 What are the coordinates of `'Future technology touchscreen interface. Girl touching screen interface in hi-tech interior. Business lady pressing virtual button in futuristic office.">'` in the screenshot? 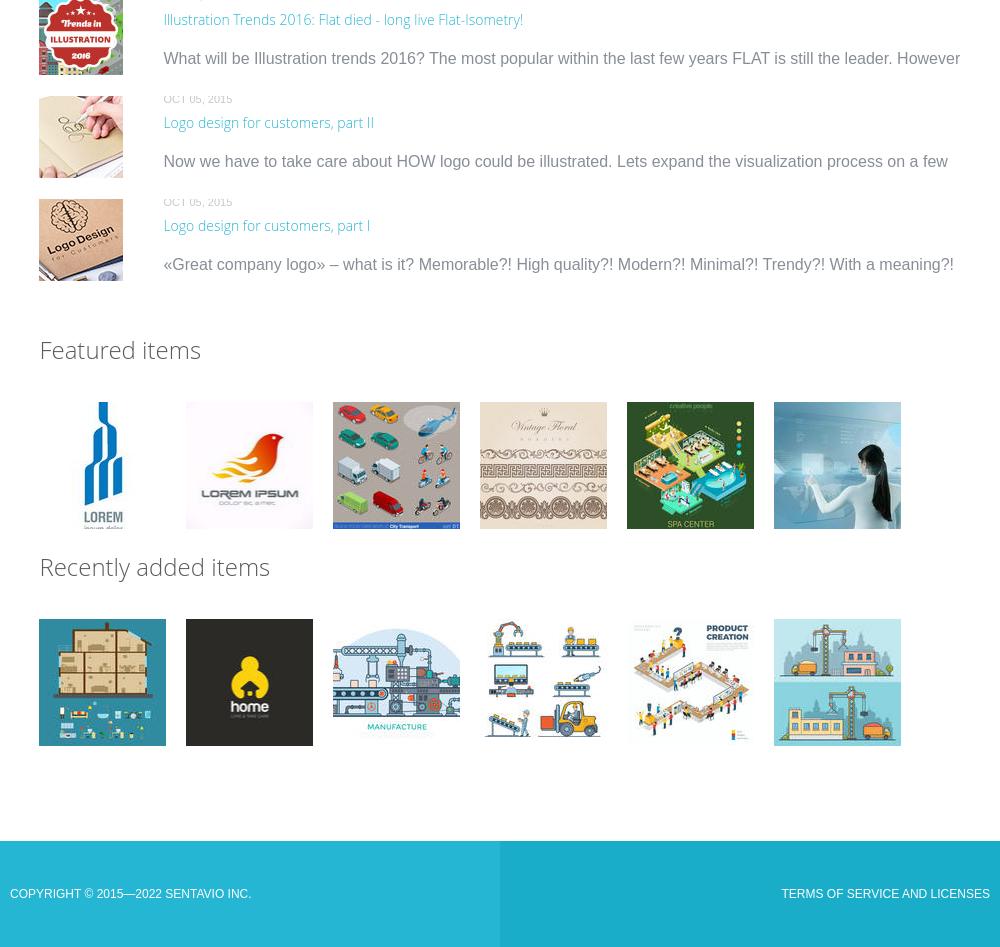 It's located at (835, 498).